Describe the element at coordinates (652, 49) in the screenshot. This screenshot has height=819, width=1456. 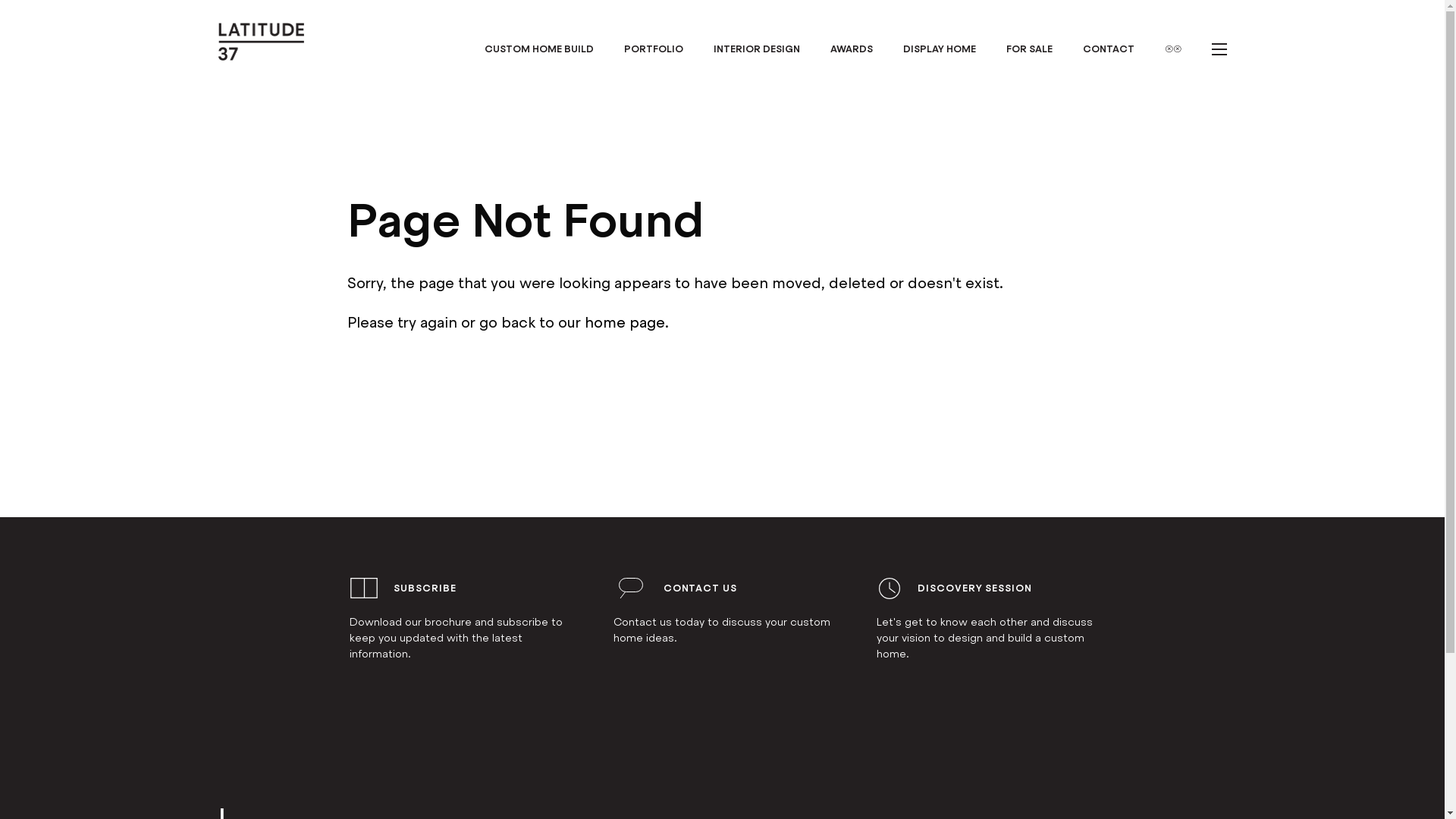
I see `'PORTFOLIO'` at that location.